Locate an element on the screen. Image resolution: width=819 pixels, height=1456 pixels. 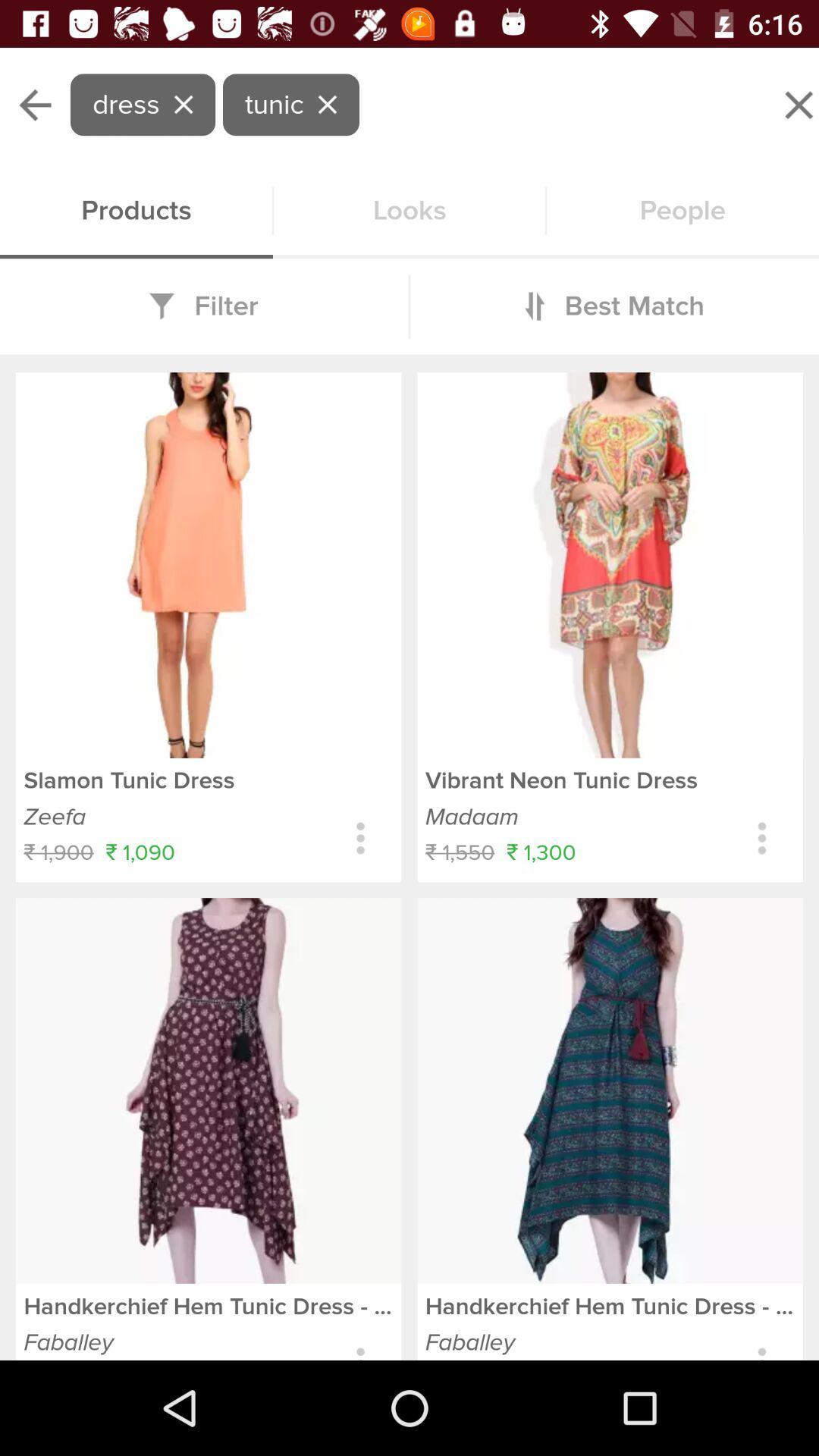
more options is located at coordinates (360, 837).